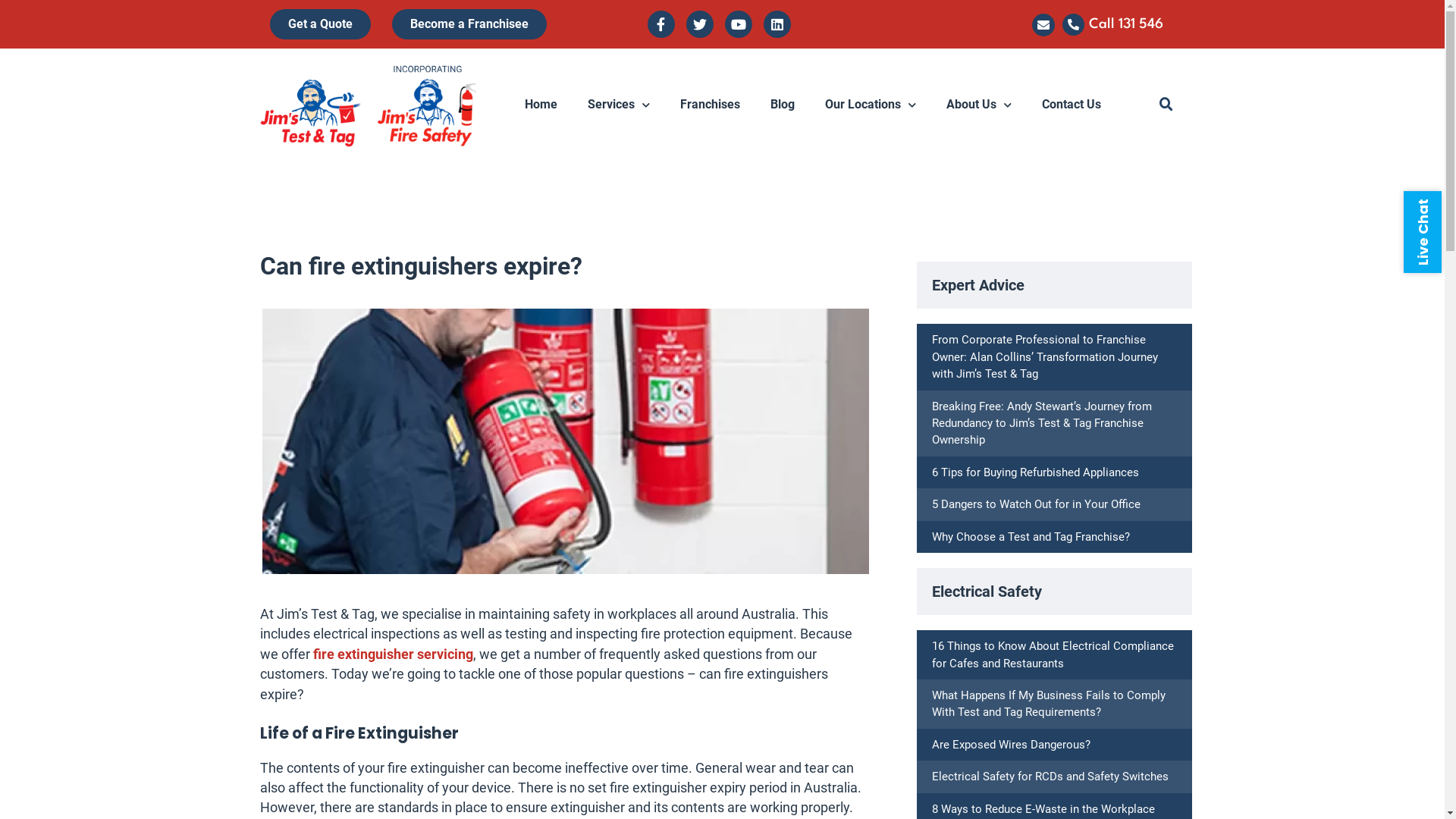 Image resolution: width=1456 pixels, height=819 pixels. Describe the element at coordinates (979, 104) in the screenshot. I see `'About Us'` at that location.